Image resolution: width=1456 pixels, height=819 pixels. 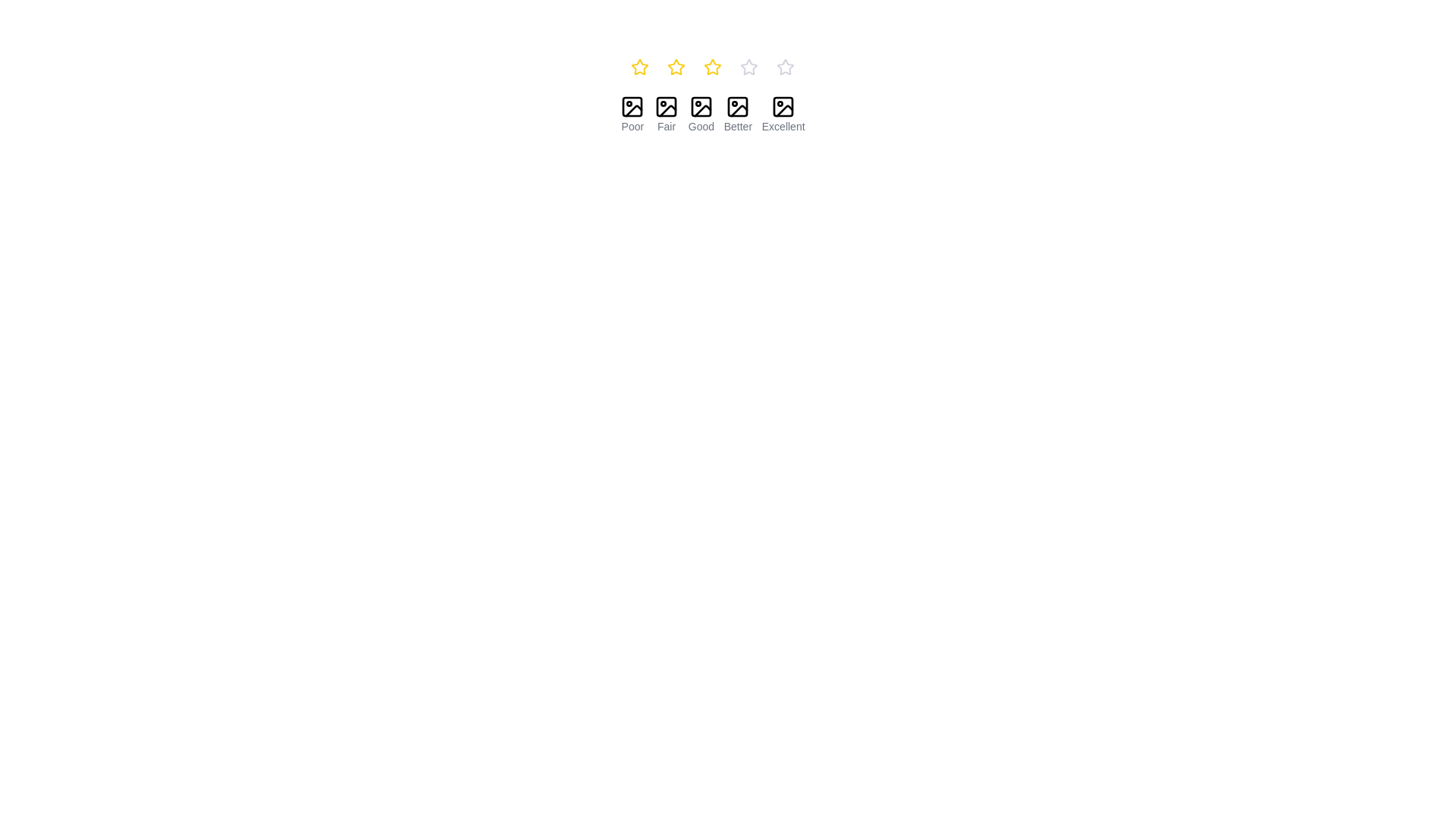 What do you see at coordinates (738, 113) in the screenshot?
I see `the 'Better' rating label located below the photograph icon, which is the fourth item in a horizontal layout of five rating options` at bounding box center [738, 113].